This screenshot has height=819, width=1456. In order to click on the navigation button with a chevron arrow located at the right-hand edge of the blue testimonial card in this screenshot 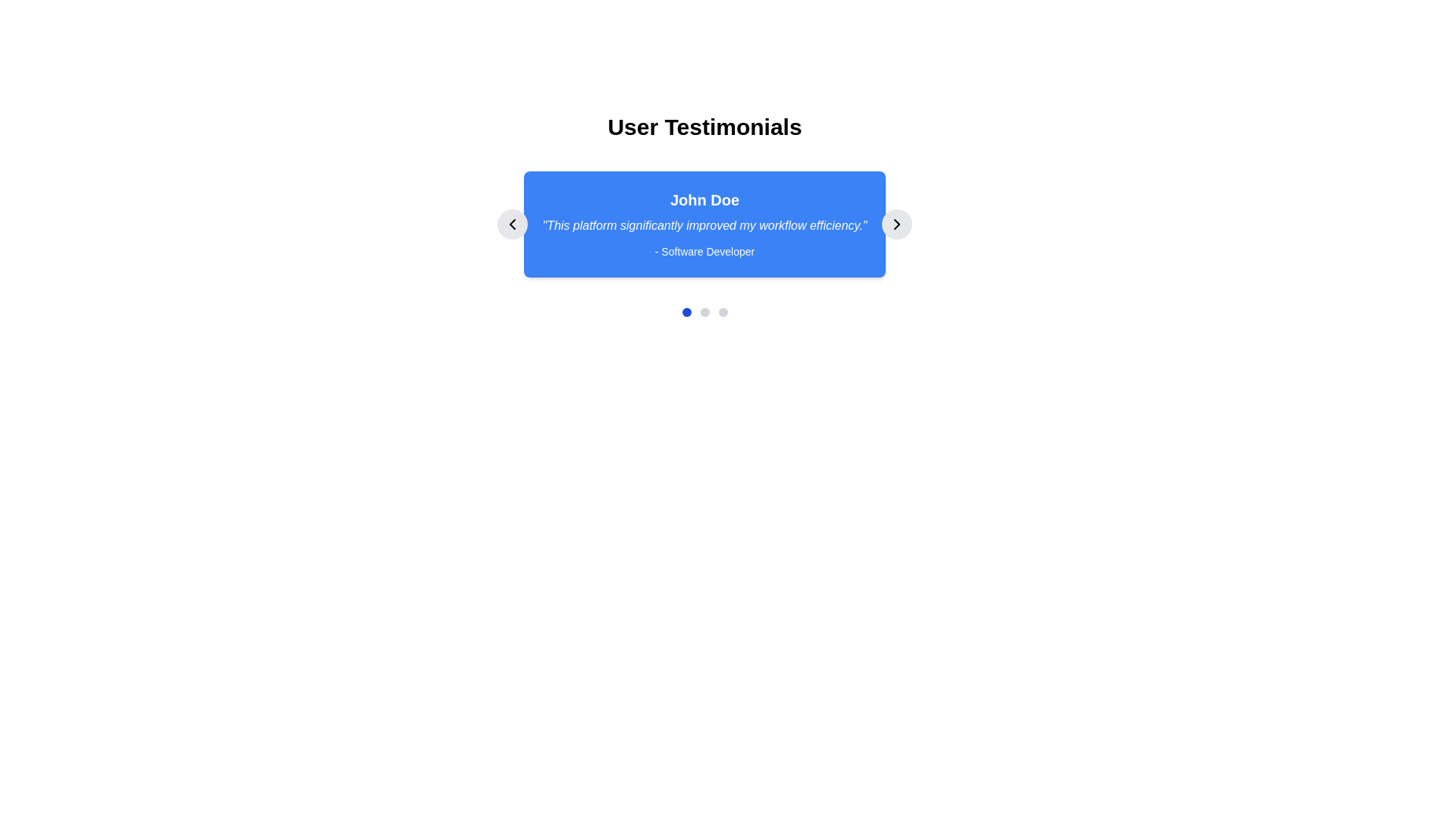, I will do `click(896, 224)`.